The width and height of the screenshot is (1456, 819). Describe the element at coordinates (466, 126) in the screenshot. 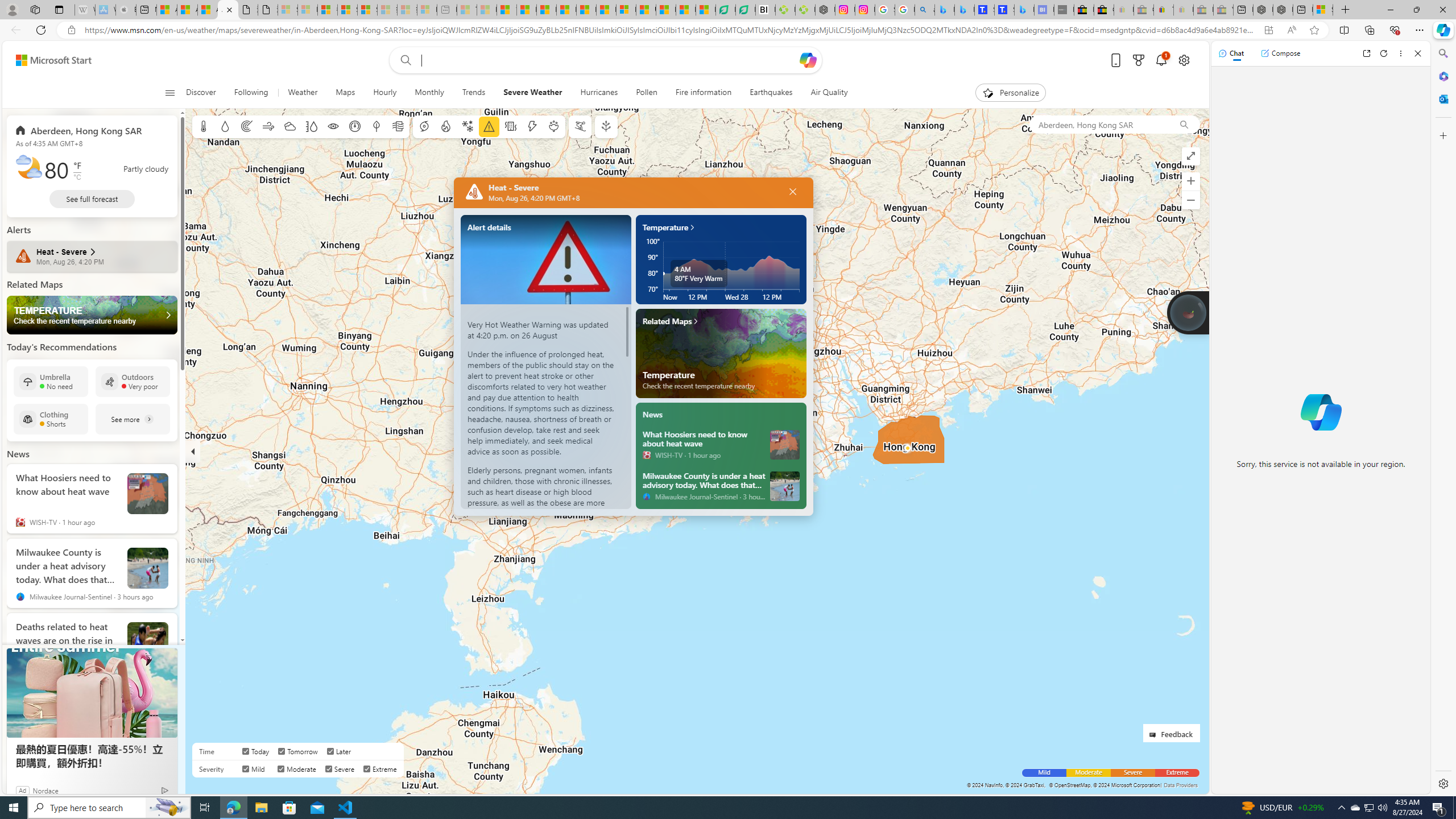

I see `'Winter weather'` at that location.